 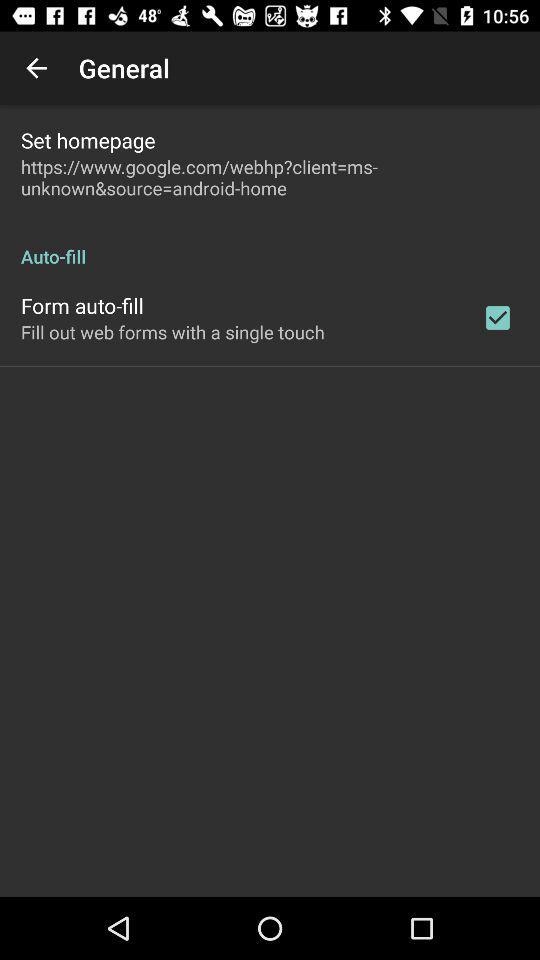 I want to click on the icon to the left of the general, so click(x=36, y=68).